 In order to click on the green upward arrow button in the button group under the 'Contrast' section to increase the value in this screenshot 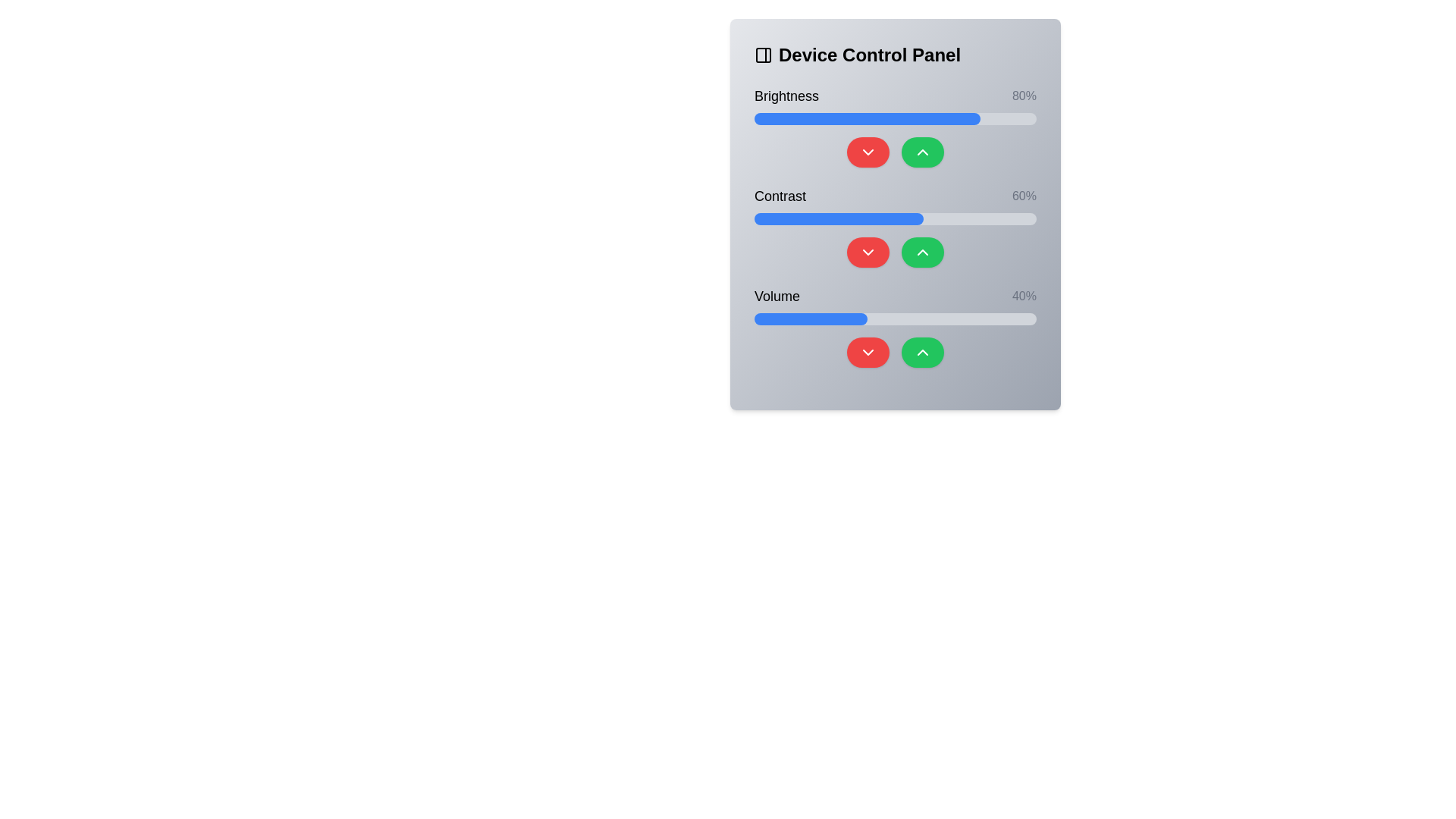, I will do `click(895, 251)`.